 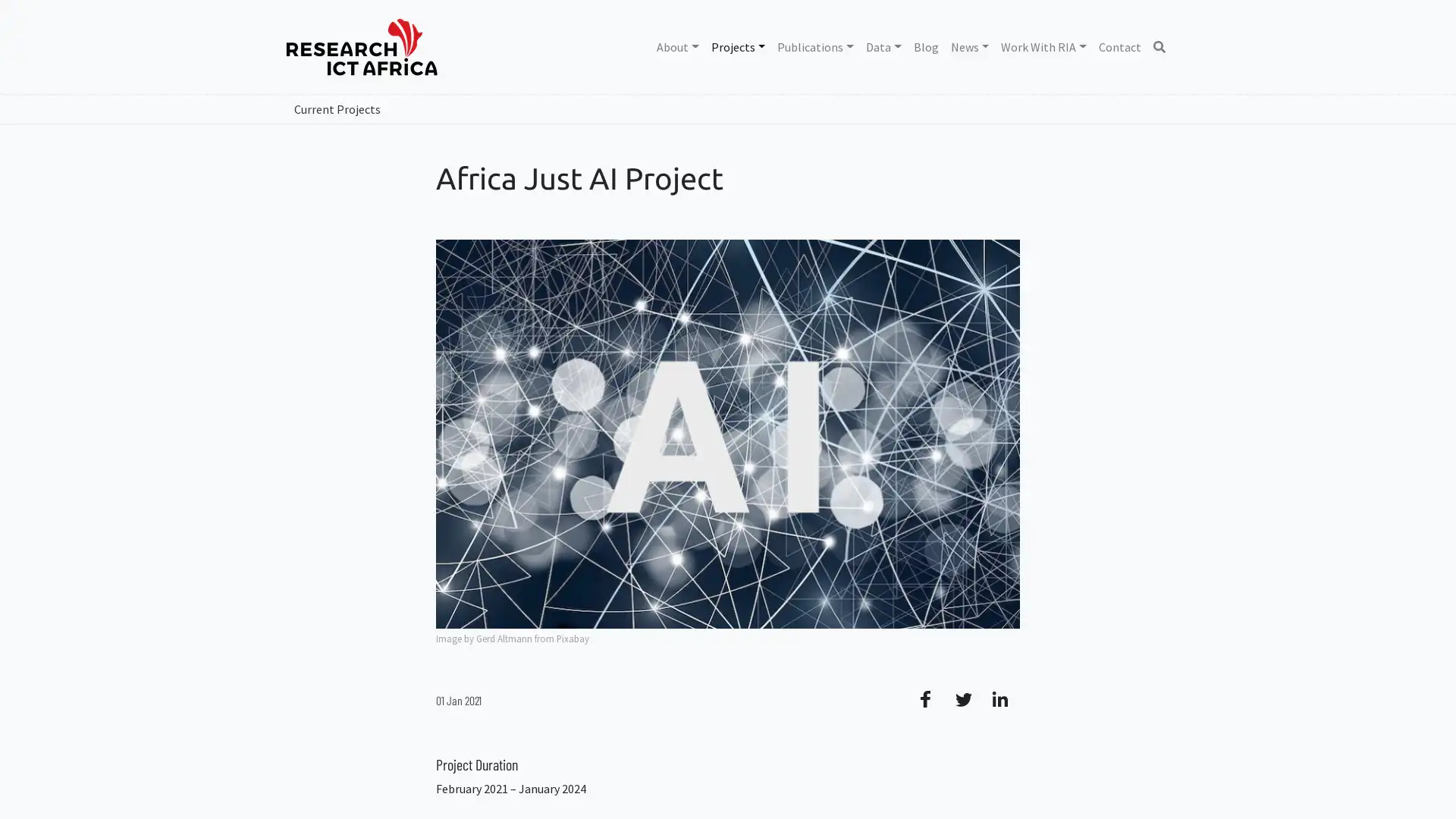 I want to click on Share to Twitter, so click(x=967, y=698).